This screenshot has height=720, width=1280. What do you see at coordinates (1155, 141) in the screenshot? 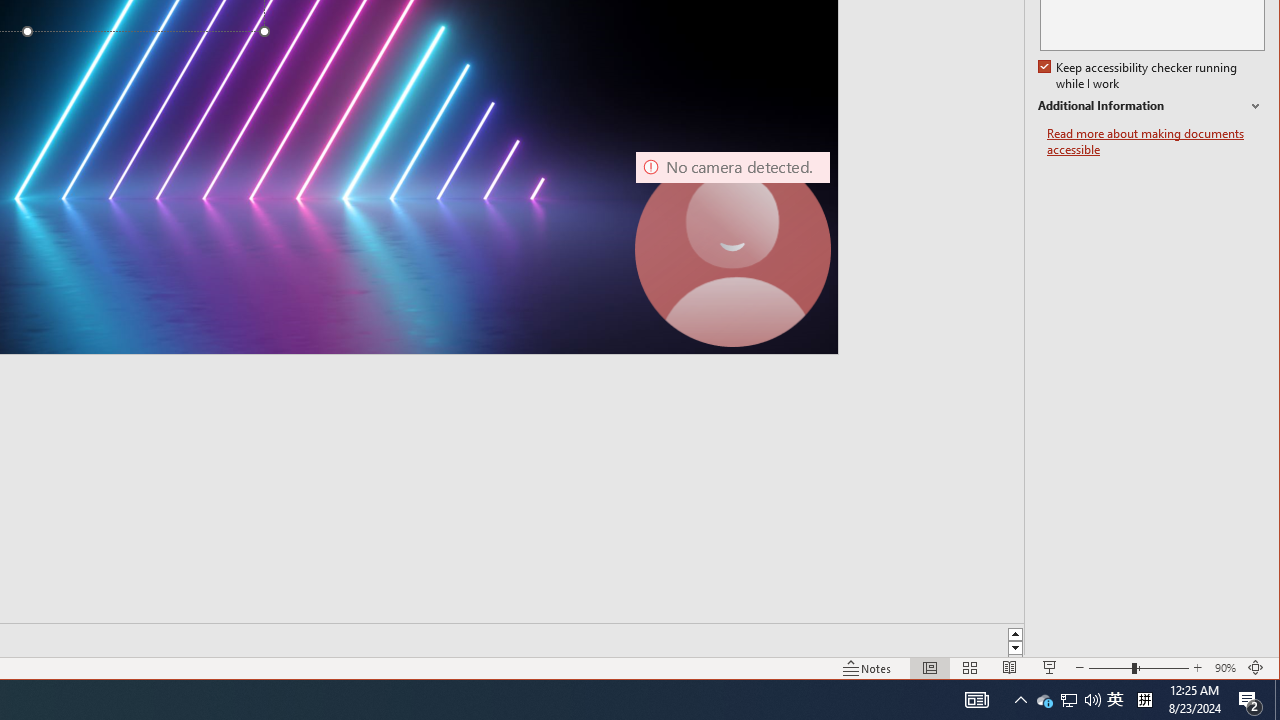
I see `'Read more about making documents accessible'` at bounding box center [1155, 141].